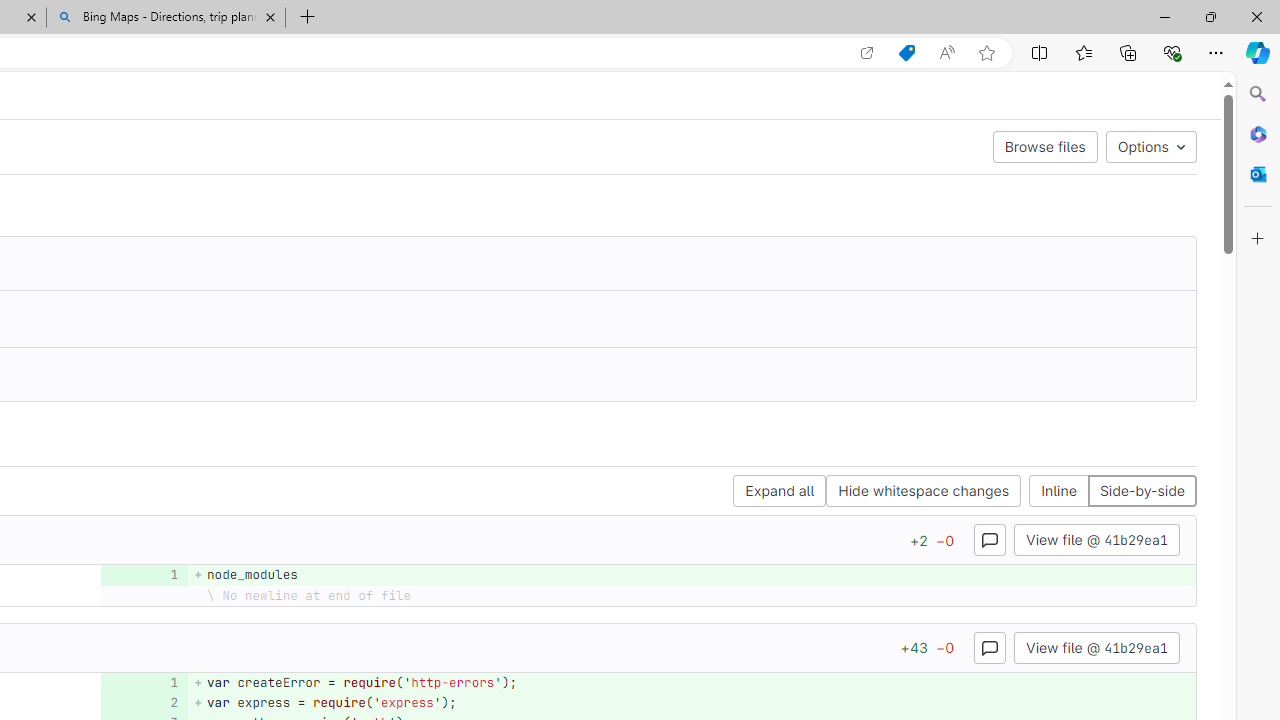 Image resolution: width=1280 pixels, height=720 pixels. What do you see at coordinates (1058, 491) in the screenshot?
I see `'Inline'` at bounding box center [1058, 491].